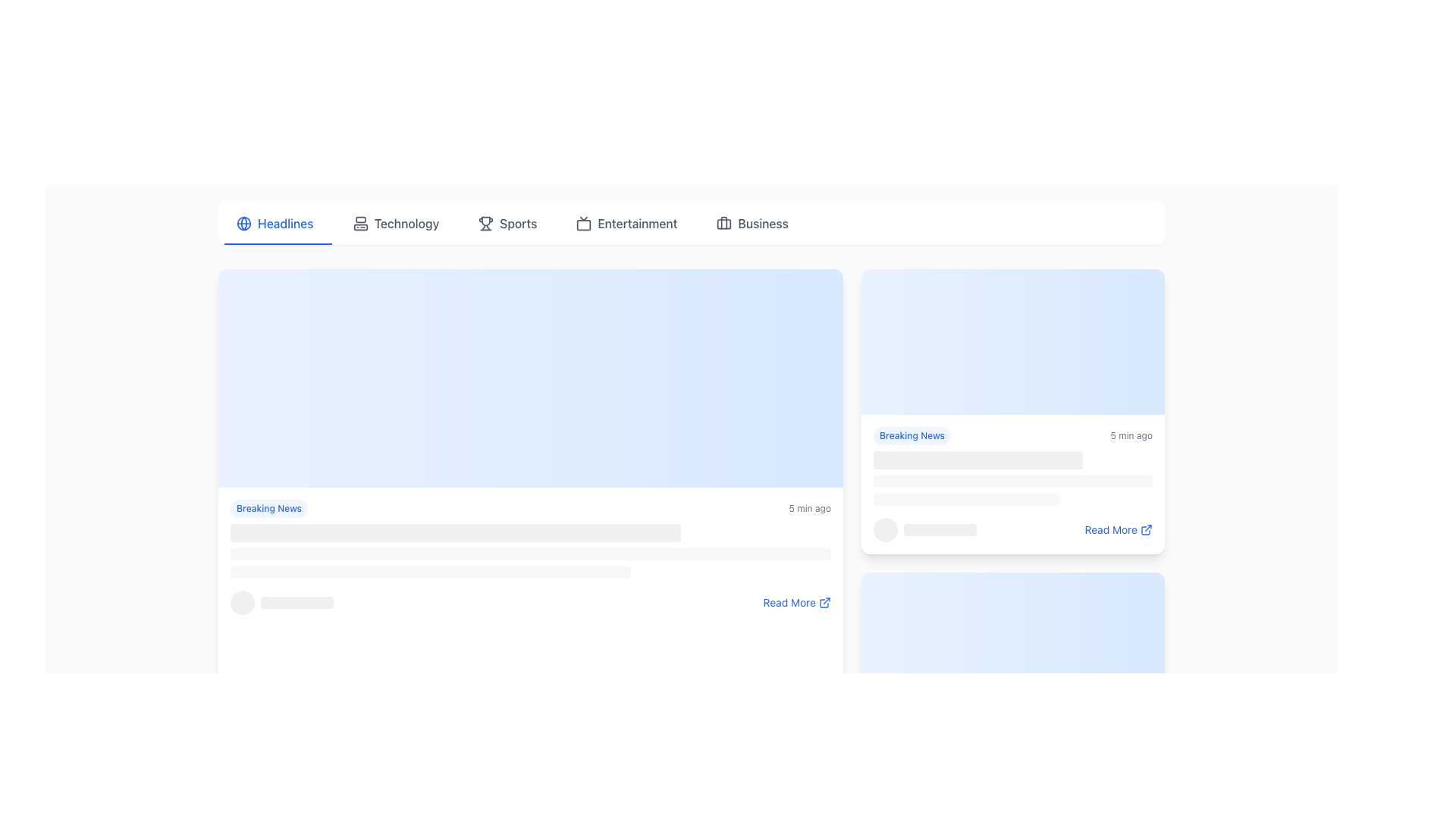 This screenshot has height=819, width=1456. What do you see at coordinates (243, 223) in the screenshot?
I see `the 'Headlines' icon in the navigation bar, which is positioned to the left of the 'Headlines' text` at bounding box center [243, 223].